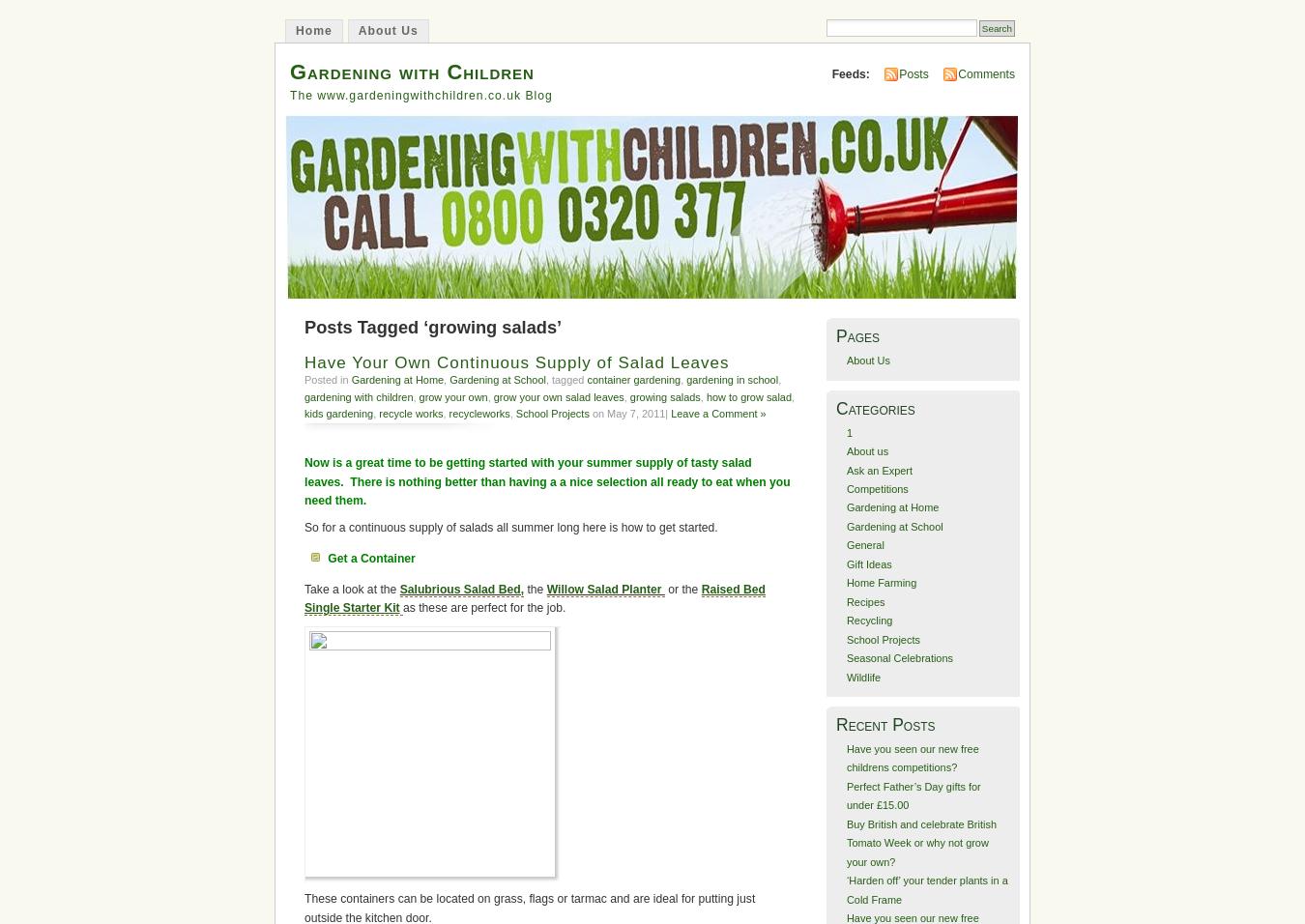  Describe the element at coordinates (338, 414) in the screenshot. I see `'kids gardening'` at that location.